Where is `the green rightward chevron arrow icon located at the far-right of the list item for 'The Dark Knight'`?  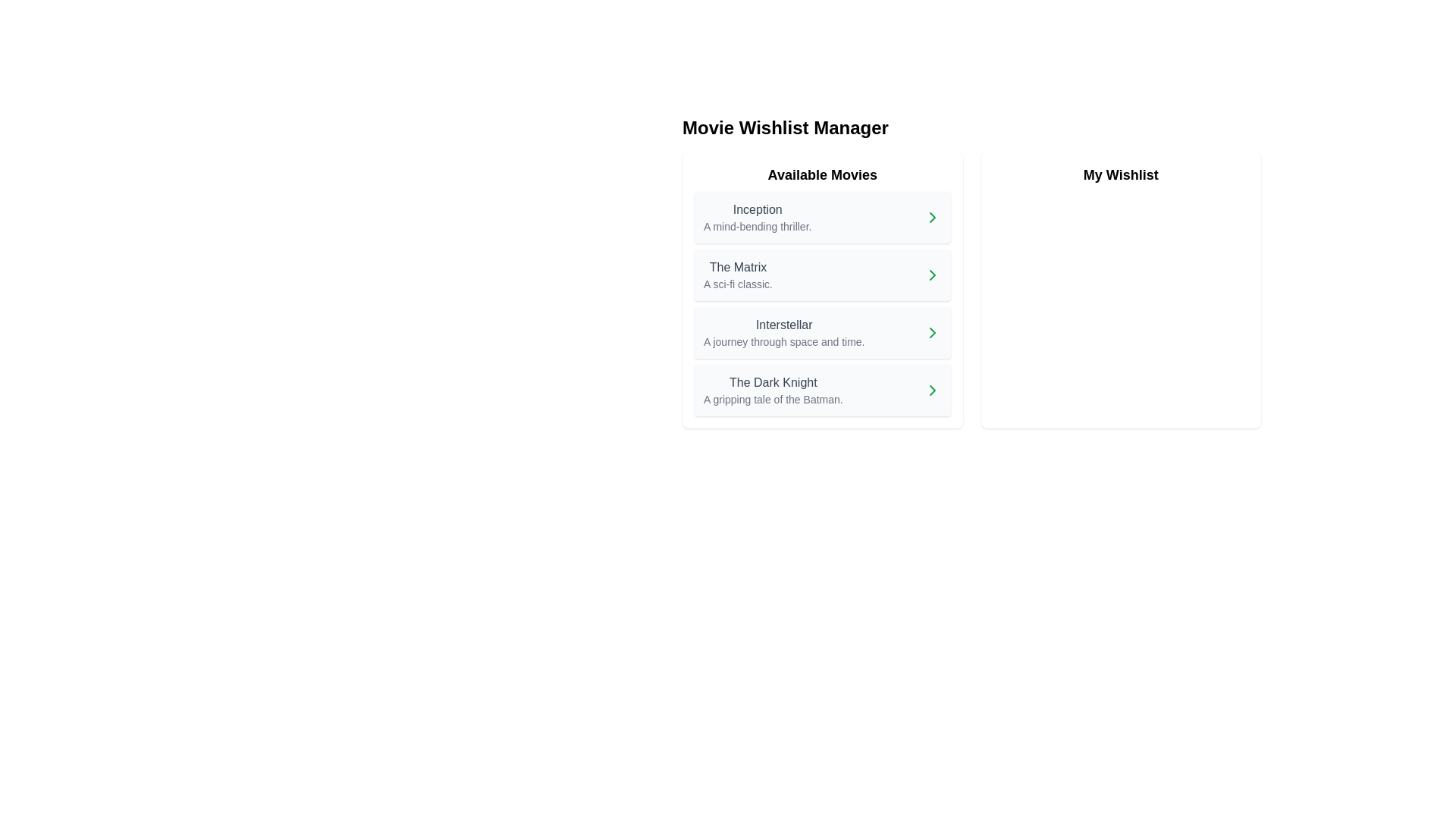 the green rightward chevron arrow icon located at the far-right of the list item for 'The Dark Knight' is located at coordinates (931, 390).